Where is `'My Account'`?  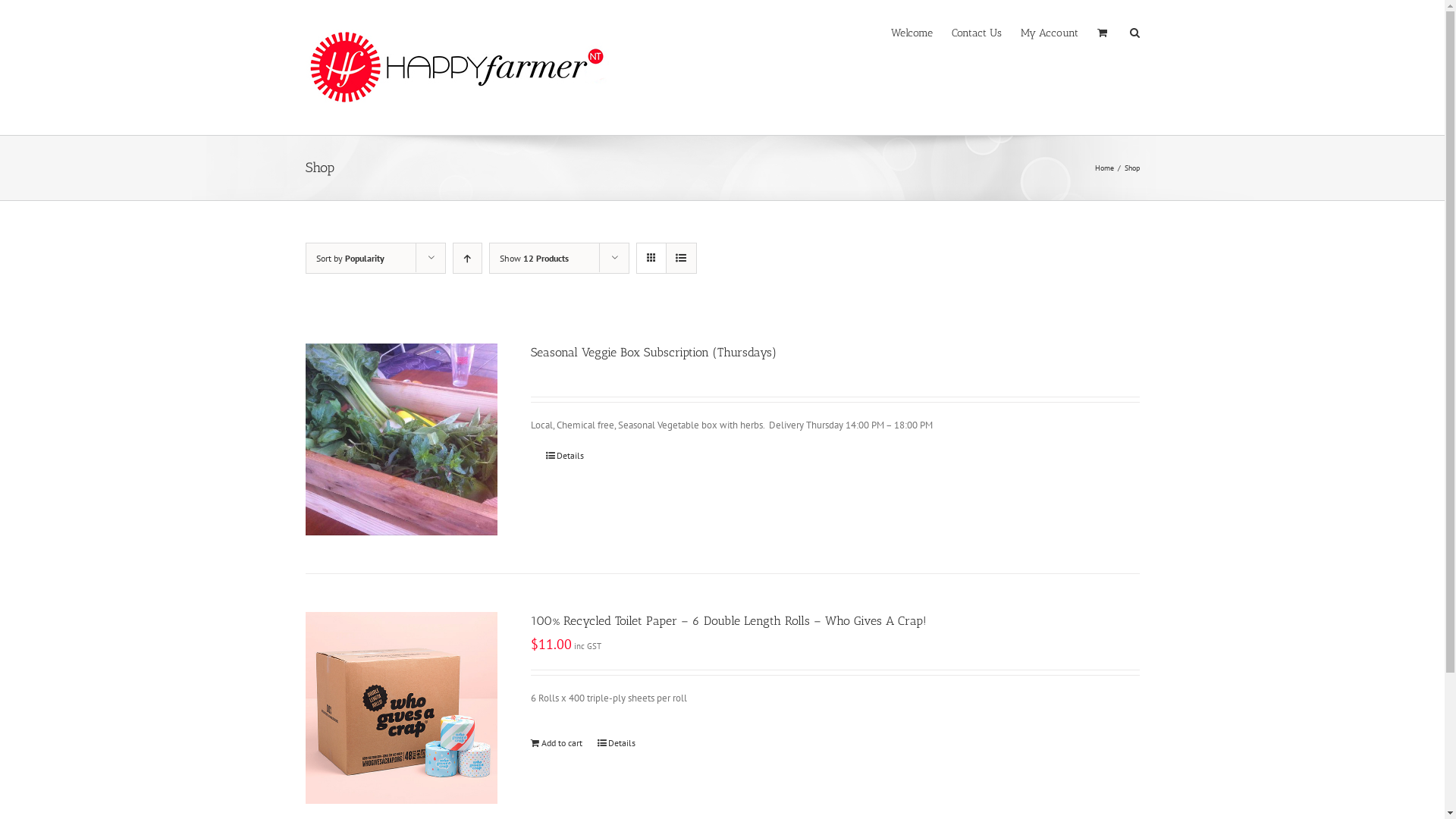
'My Account' is located at coordinates (1048, 32).